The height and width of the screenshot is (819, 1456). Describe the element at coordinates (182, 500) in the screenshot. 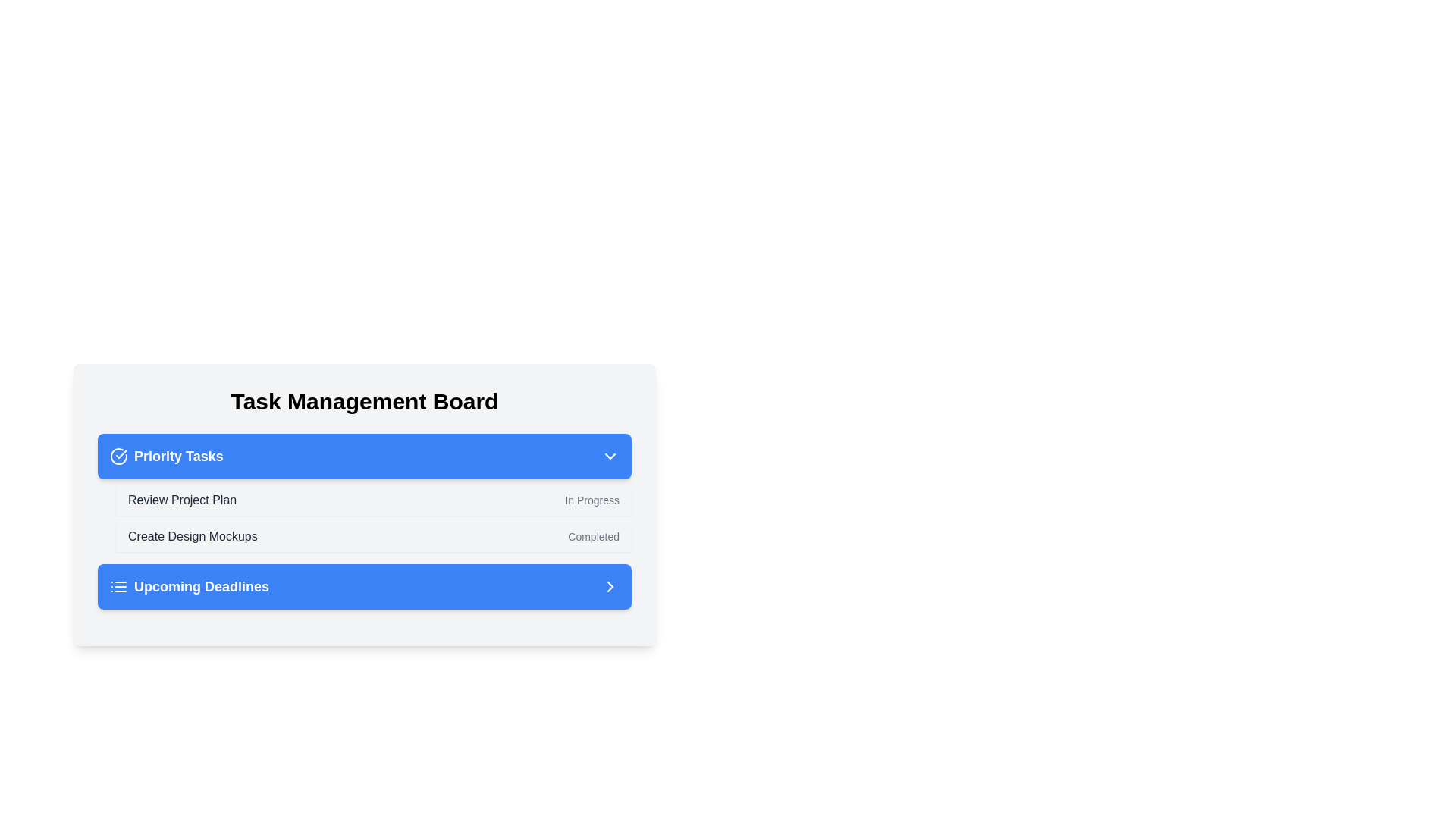

I see `the text label that says 'Review Project Plan' located in the 'Priority Tasks' section of the Task Management Board interface` at that location.